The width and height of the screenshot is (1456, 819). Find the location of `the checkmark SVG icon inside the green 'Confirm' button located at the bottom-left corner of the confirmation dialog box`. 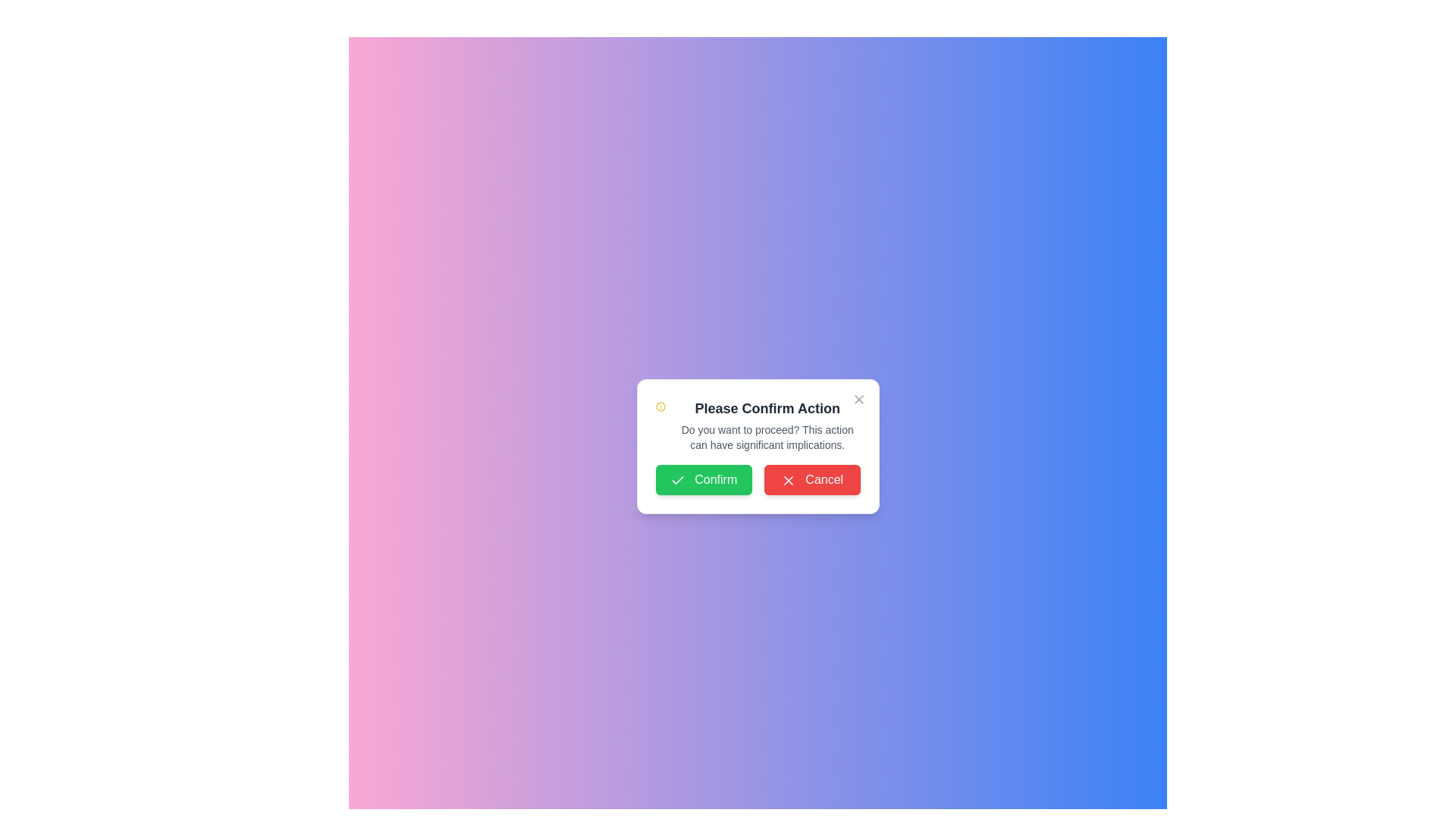

the checkmark SVG icon inside the green 'Confirm' button located at the bottom-left corner of the confirmation dialog box is located at coordinates (676, 480).